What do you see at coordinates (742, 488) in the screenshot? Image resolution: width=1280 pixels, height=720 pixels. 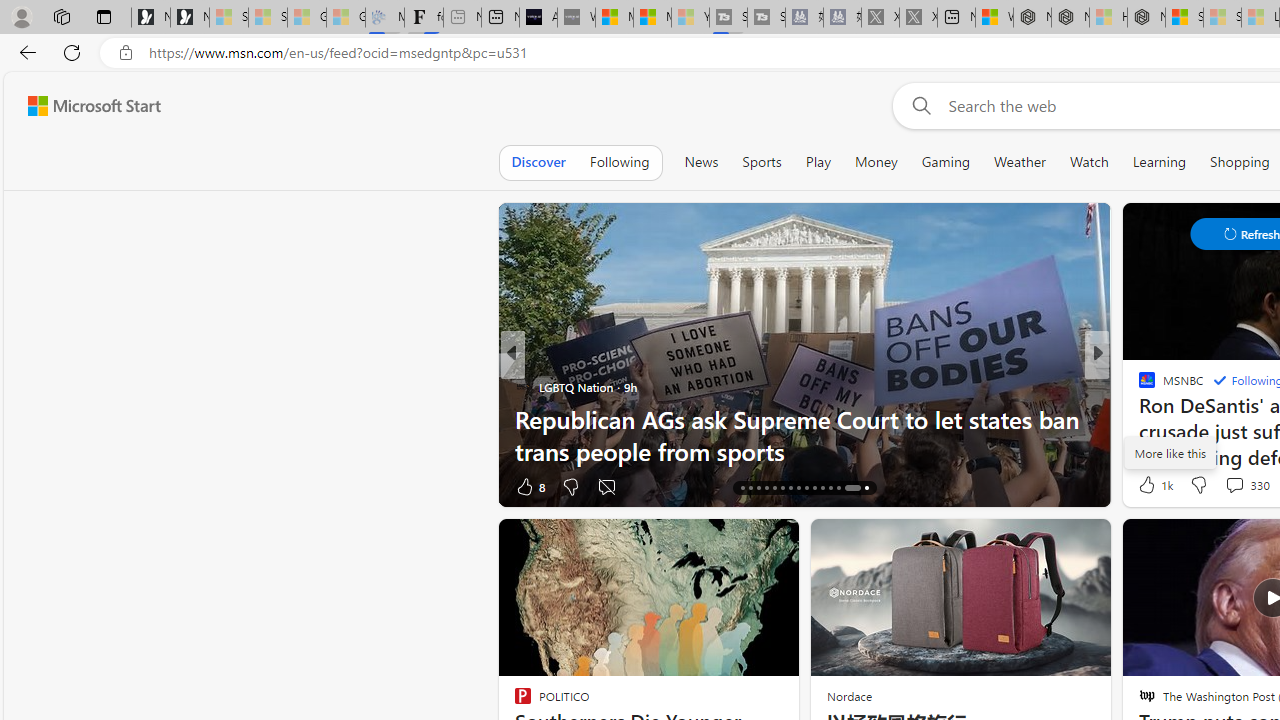 I see `'AutomationID: tab-16'` at bounding box center [742, 488].